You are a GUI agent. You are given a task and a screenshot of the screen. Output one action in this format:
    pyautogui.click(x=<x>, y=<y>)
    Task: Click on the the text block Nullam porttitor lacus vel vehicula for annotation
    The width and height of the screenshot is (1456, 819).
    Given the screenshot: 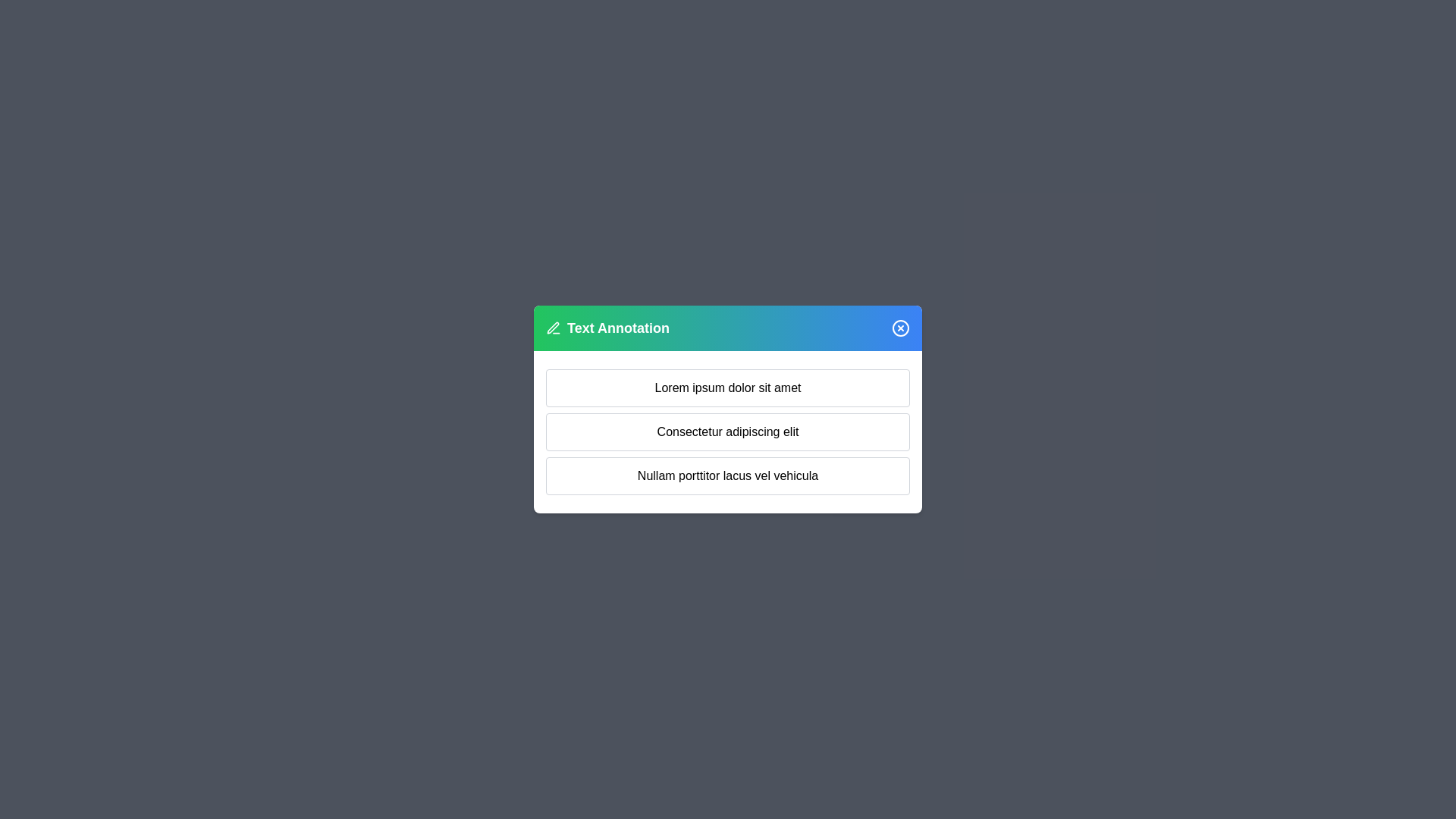 What is the action you would take?
    pyautogui.click(x=728, y=475)
    